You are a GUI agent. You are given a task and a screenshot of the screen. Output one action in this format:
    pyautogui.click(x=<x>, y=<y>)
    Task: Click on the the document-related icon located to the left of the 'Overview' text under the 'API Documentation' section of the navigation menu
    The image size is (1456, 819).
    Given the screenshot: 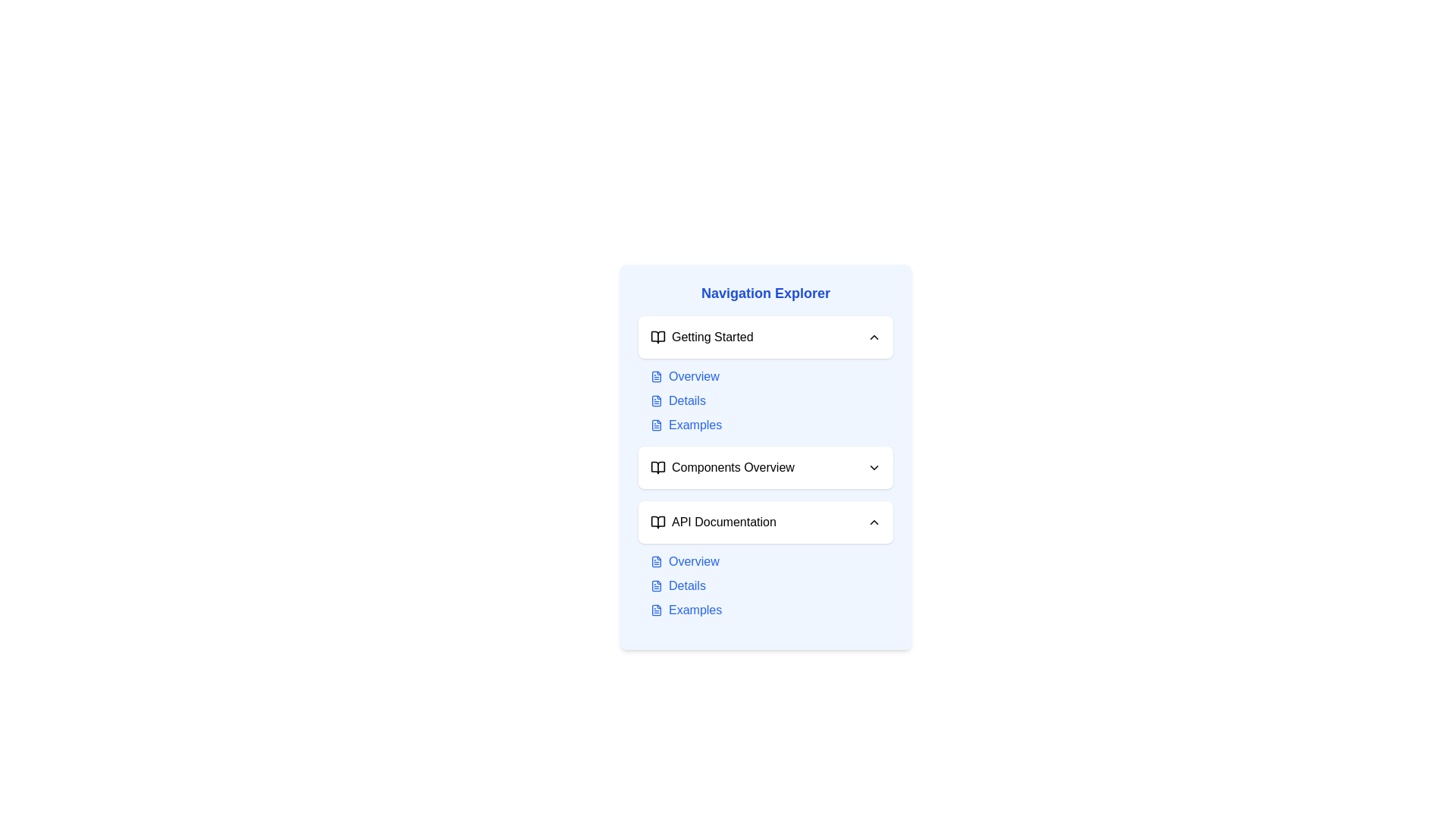 What is the action you would take?
    pyautogui.click(x=656, y=561)
    